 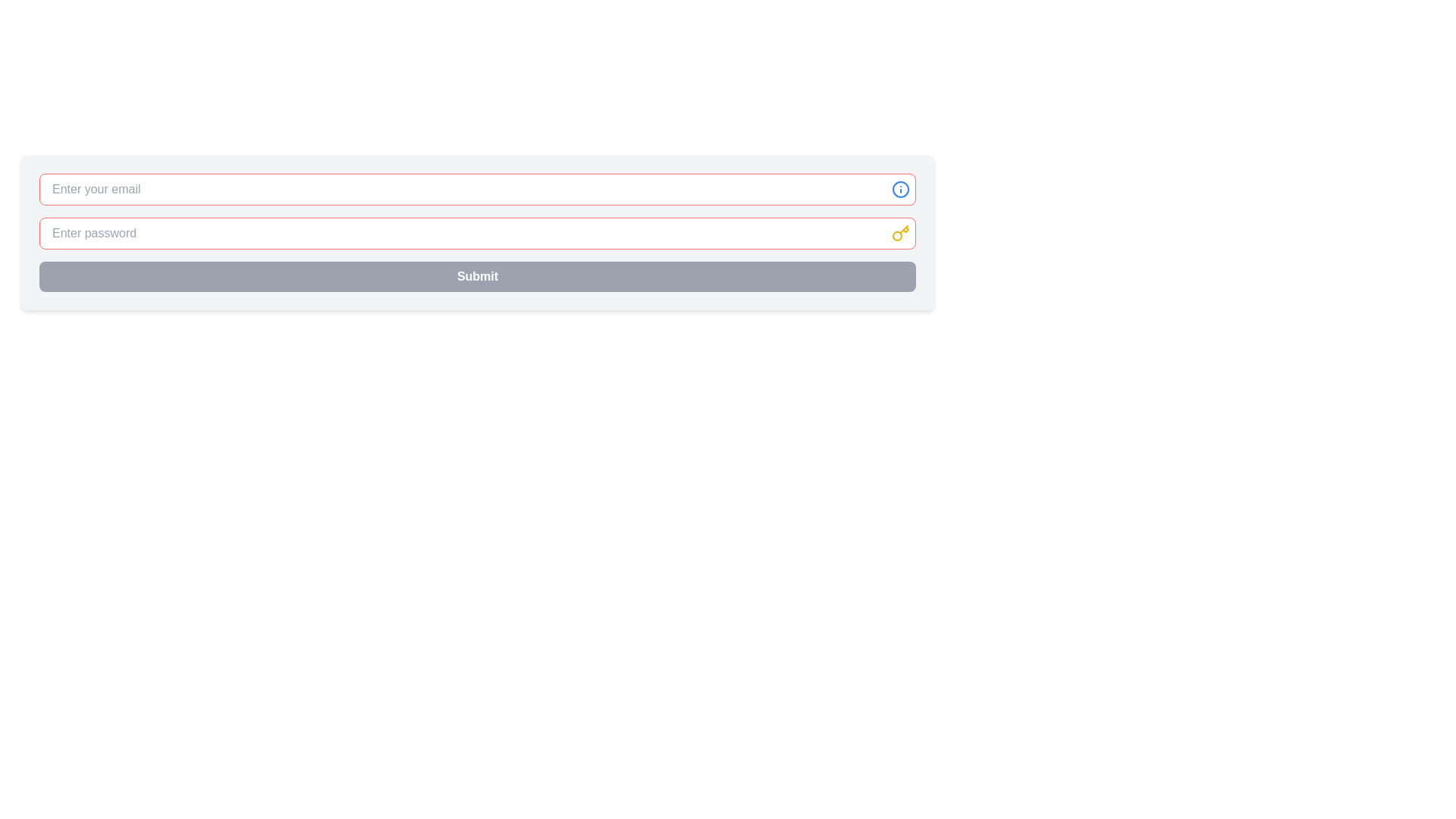 What do you see at coordinates (897, 236) in the screenshot?
I see `the Circle element inside the SVG key icon, which represents the head of the key and is associated with password security functionality` at bounding box center [897, 236].